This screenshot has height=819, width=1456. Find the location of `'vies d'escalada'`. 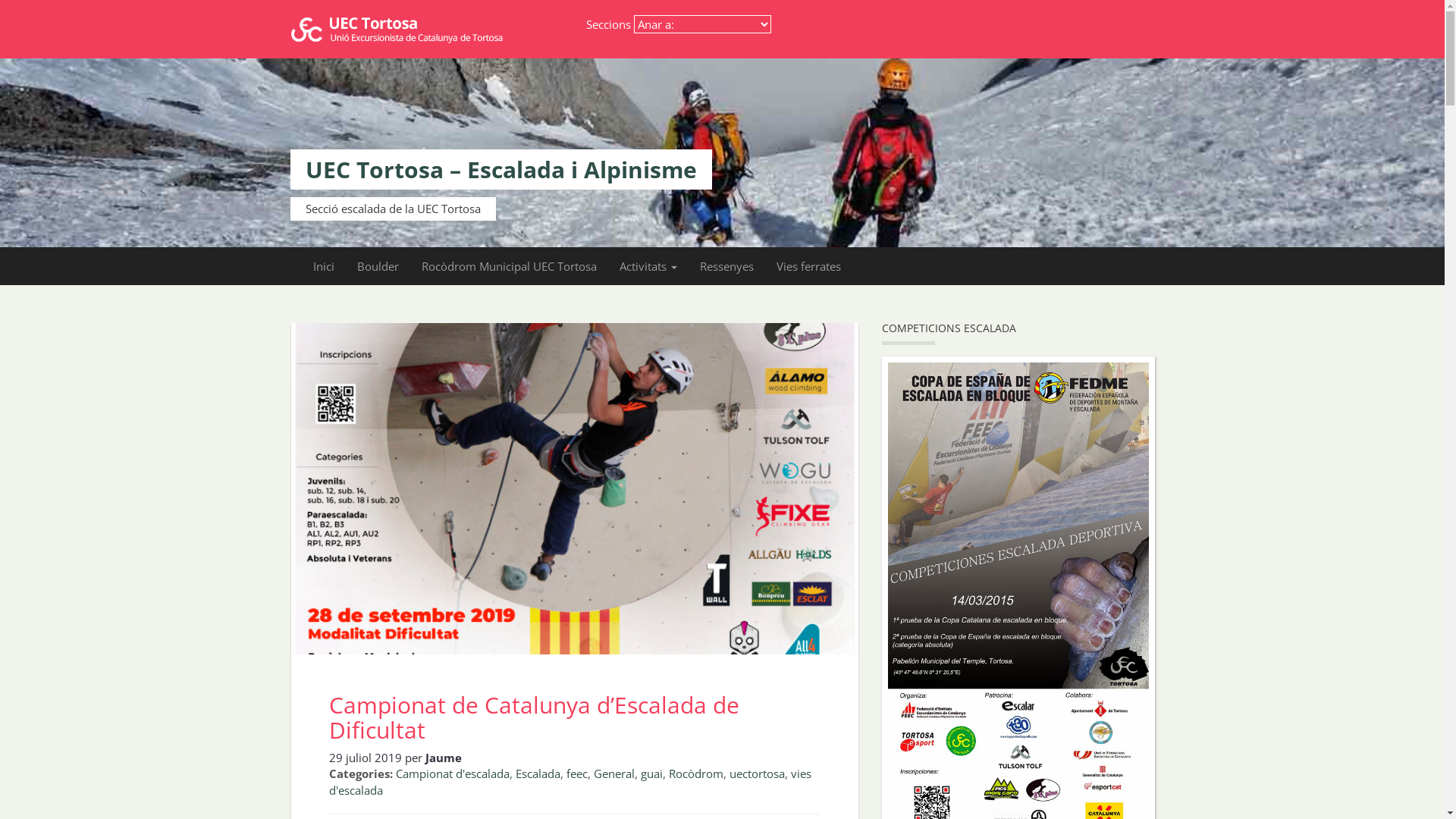

'vies d'escalada' is located at coordinates (570, 781).